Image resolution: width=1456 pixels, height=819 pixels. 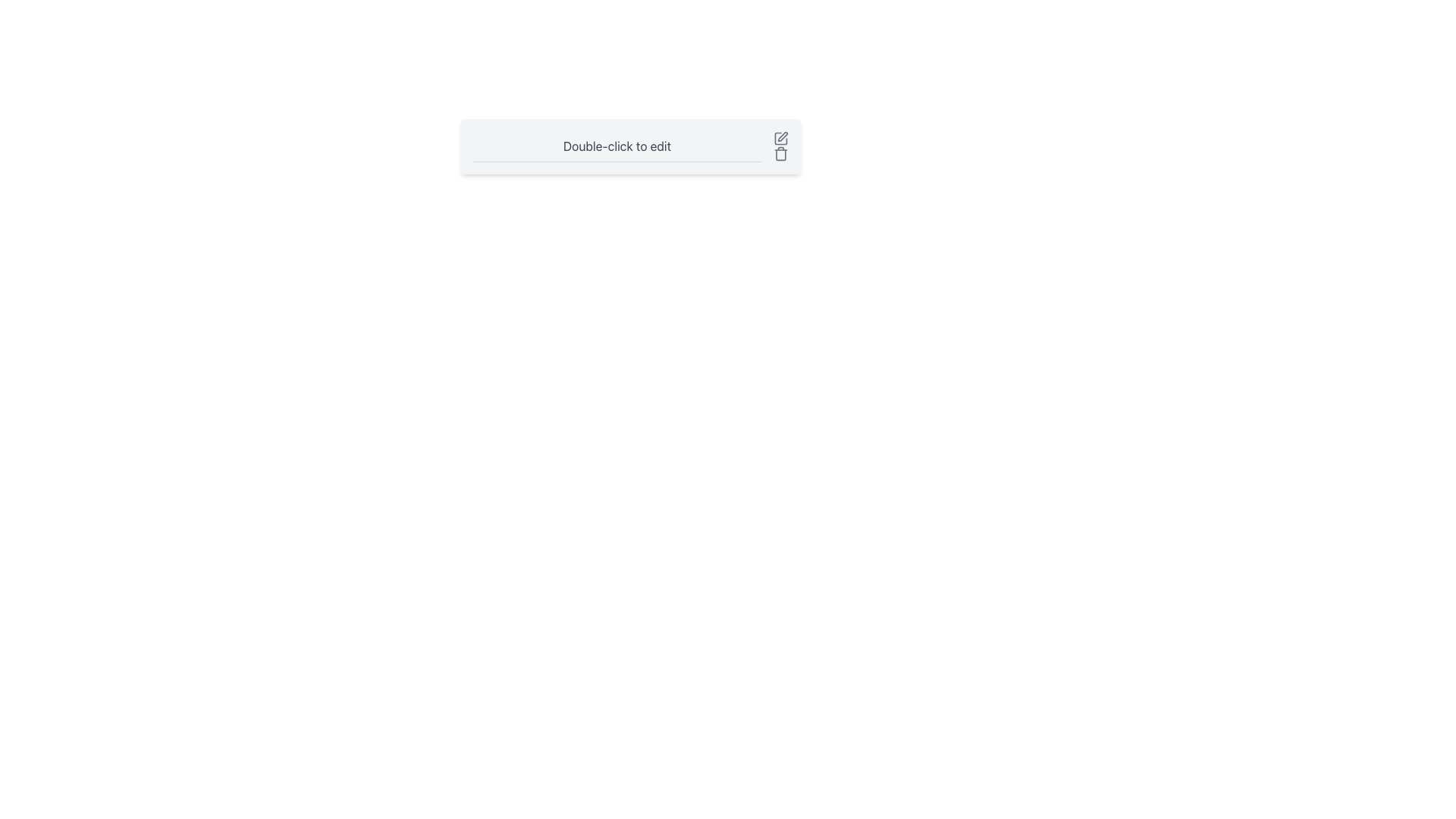 I want to click on the informational text element that displays 'Double-click to edit', which is centrally aligned and has a light grey background, to observe the potential cursor change, so click(x=630, y=146).